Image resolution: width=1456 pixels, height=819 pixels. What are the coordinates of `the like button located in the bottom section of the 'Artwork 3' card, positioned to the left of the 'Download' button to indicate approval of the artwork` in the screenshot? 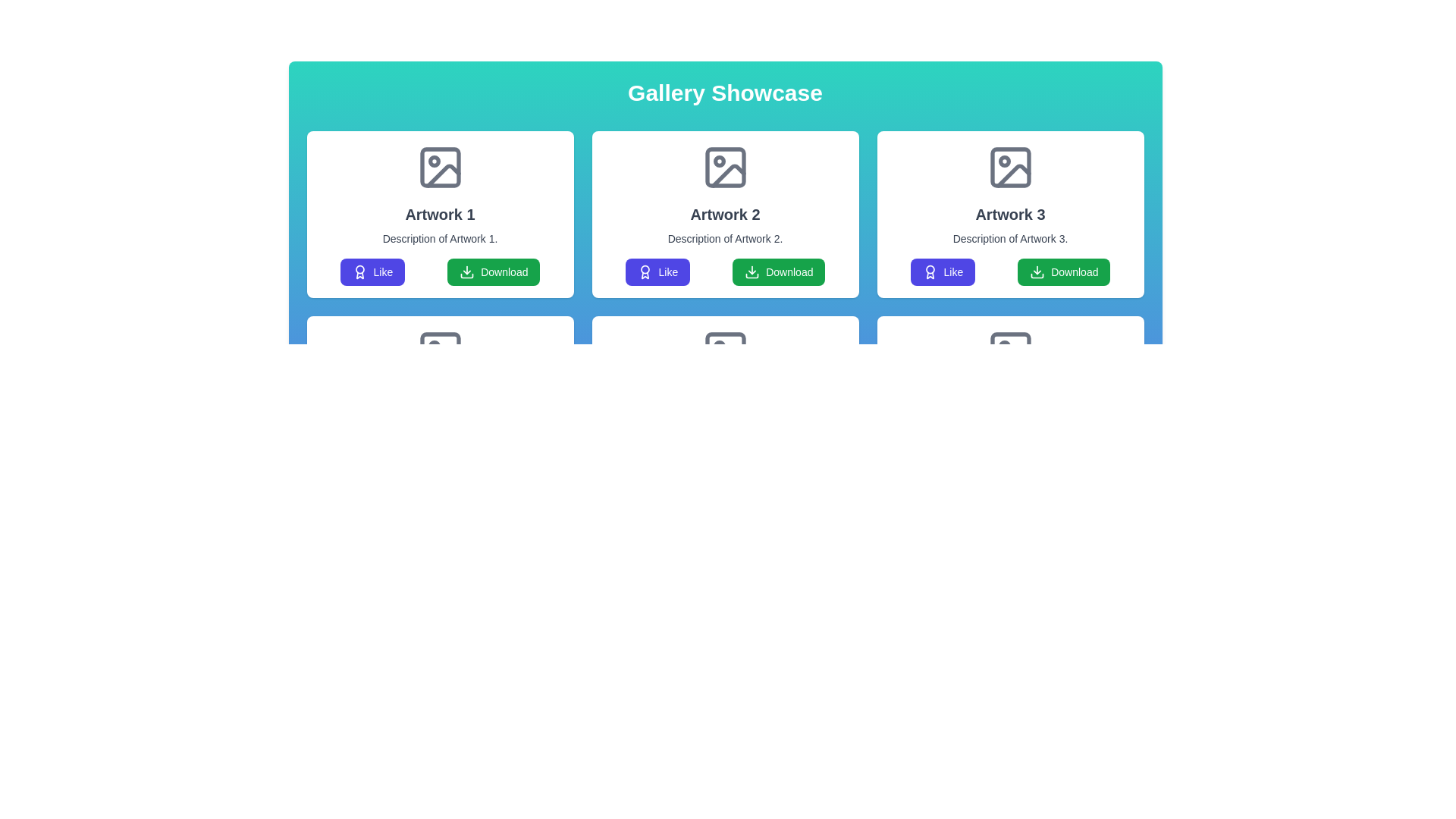 It's located at (942, 271).